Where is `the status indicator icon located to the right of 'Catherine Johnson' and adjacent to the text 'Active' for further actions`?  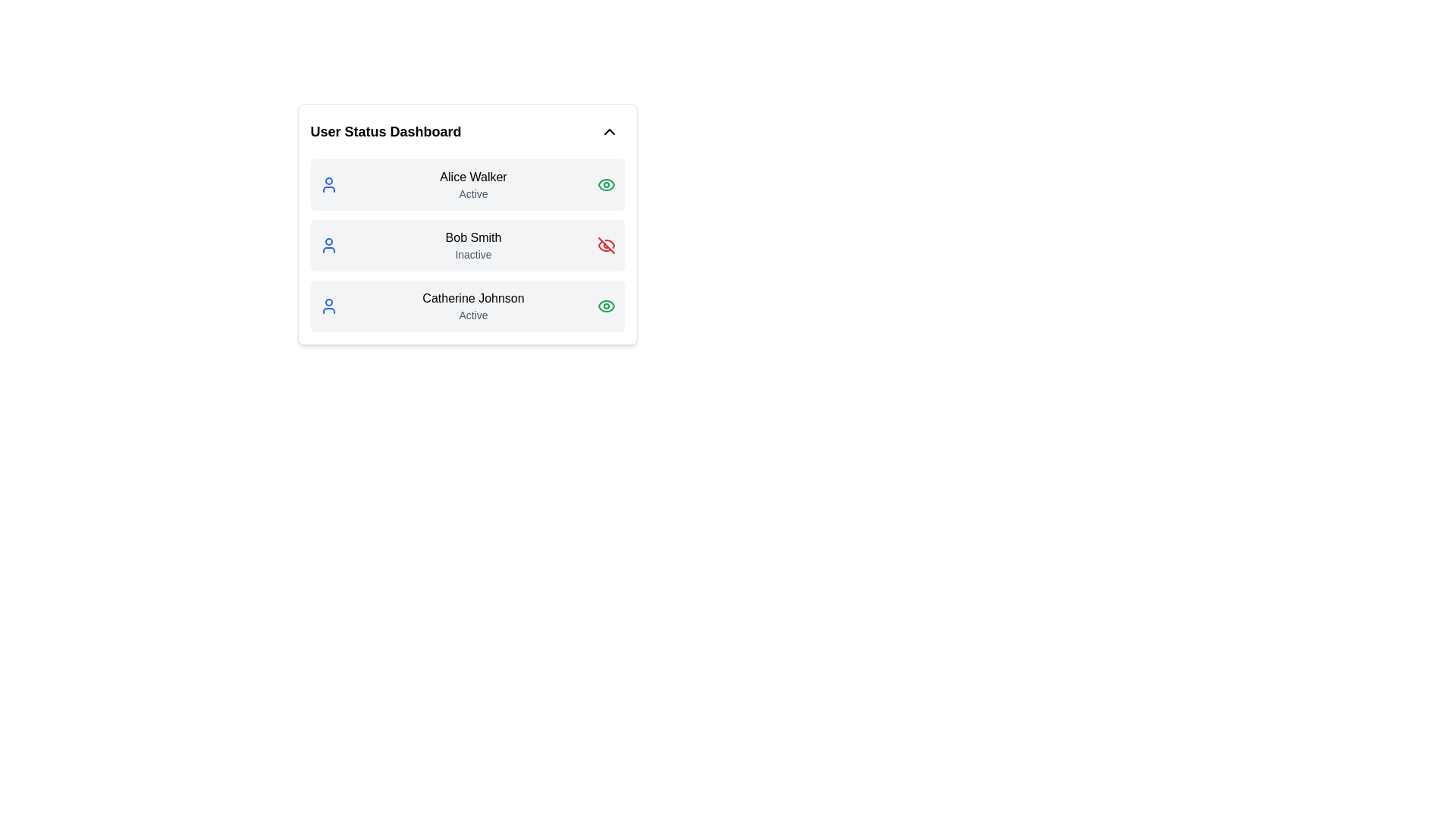 the status indicator icon located to the right of 'Catherine Johnson' and adjacent to the text 'Active' for further actions is located at coordinates (605, 306).